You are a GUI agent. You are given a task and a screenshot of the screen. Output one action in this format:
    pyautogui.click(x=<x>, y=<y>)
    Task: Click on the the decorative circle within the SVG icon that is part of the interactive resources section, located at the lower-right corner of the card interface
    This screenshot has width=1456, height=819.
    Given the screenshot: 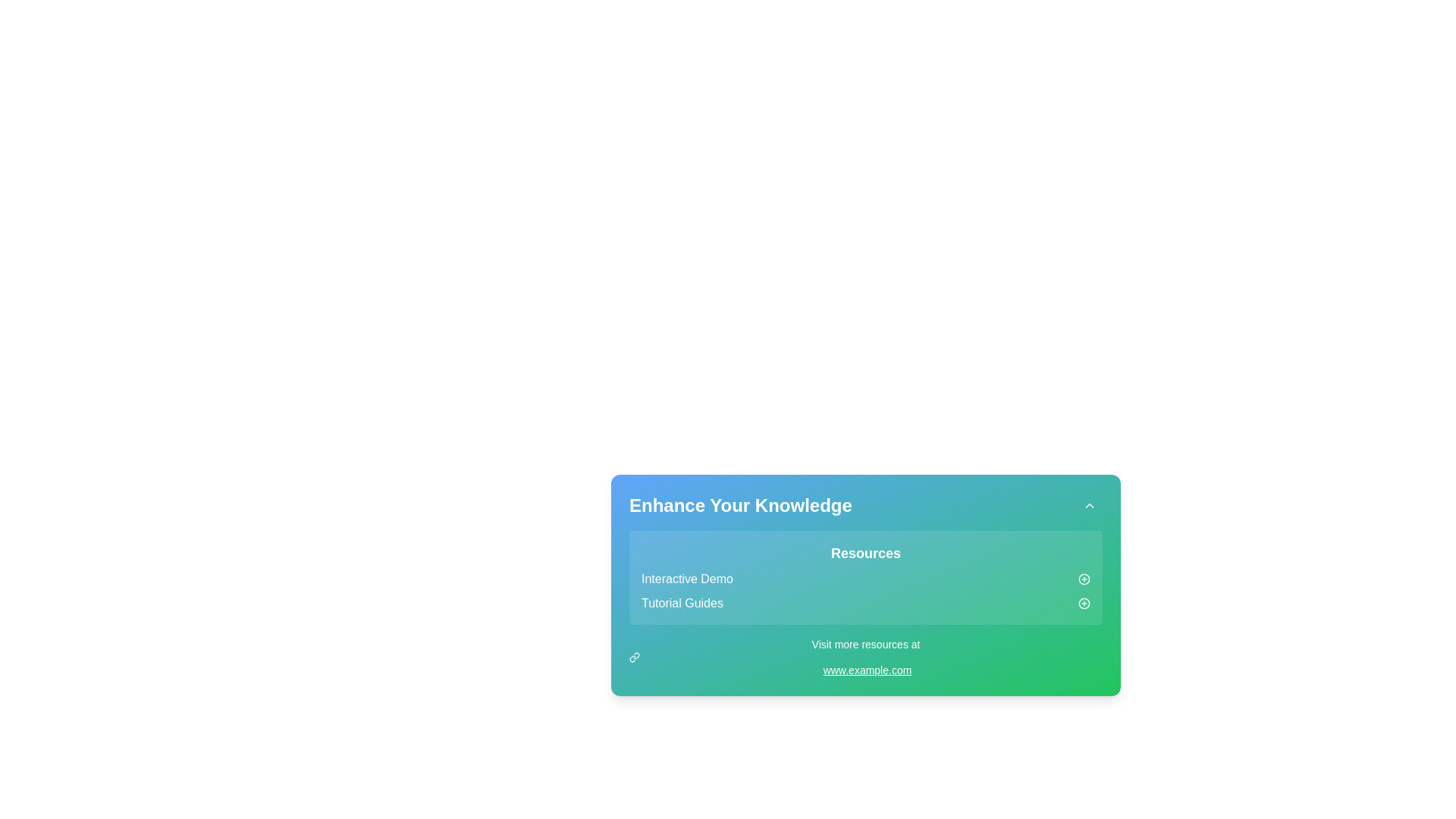 What is the action you would take?
    pyautogui.click(x=1084, y=579)
    